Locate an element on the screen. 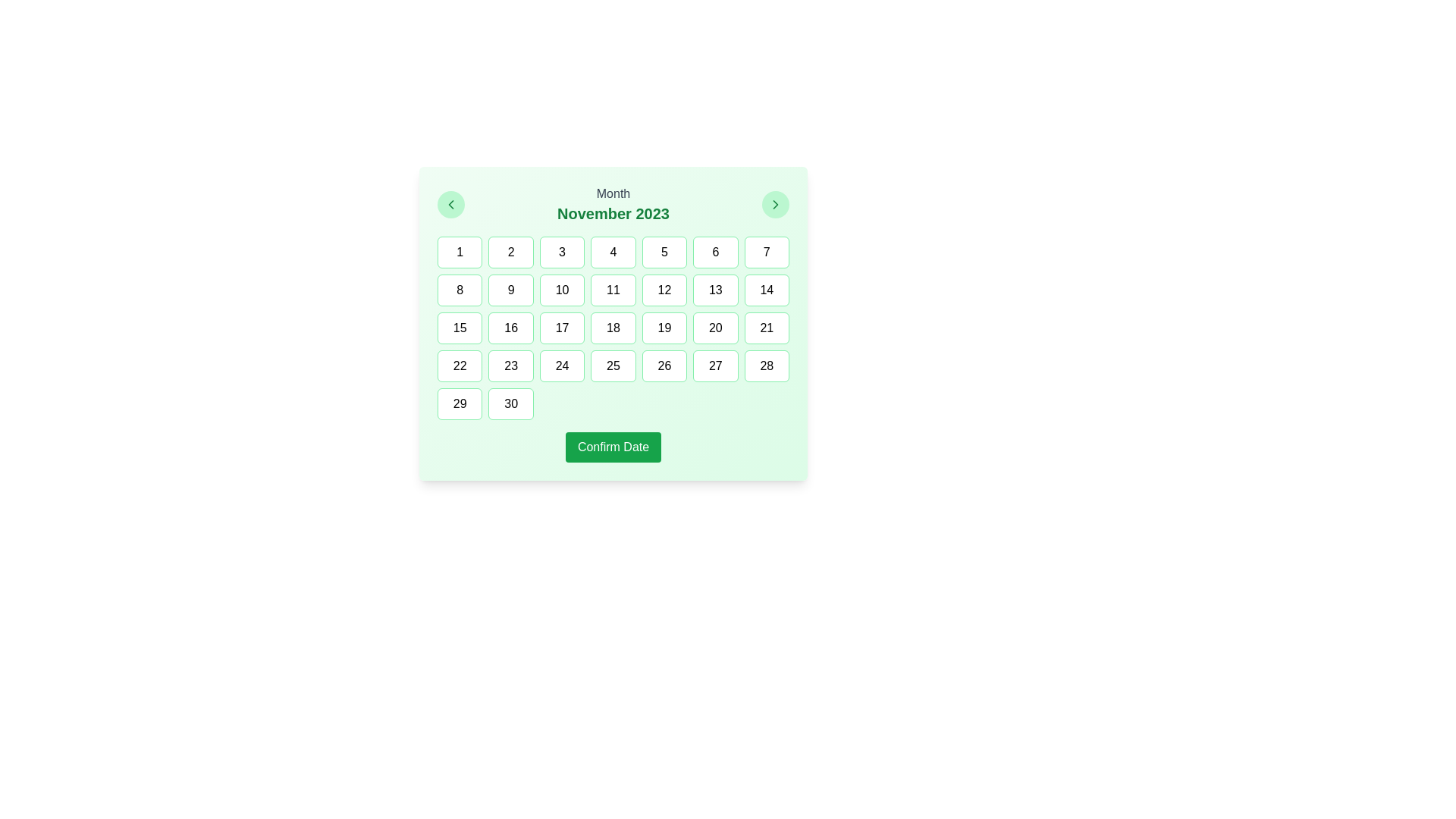 This screenshot has width=1456, height=819. the button representing the 29th day in the date selection grid is located at coordinates (459, 403).